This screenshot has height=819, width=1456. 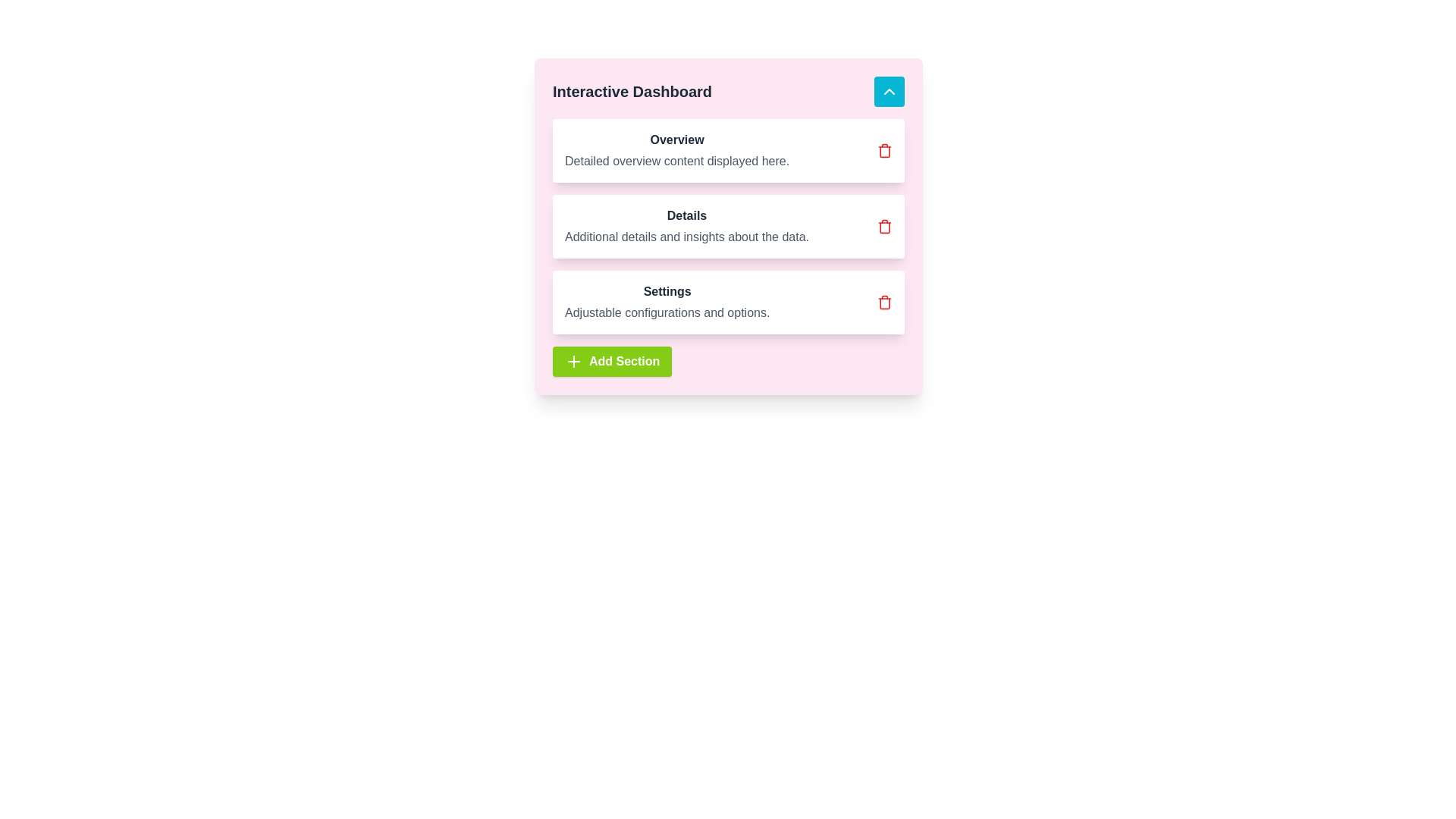 I want to click on the heading of the Text block that identifies a section or category of settings within the Interactive Dashboard to read the title, so click(x=667, y=302).